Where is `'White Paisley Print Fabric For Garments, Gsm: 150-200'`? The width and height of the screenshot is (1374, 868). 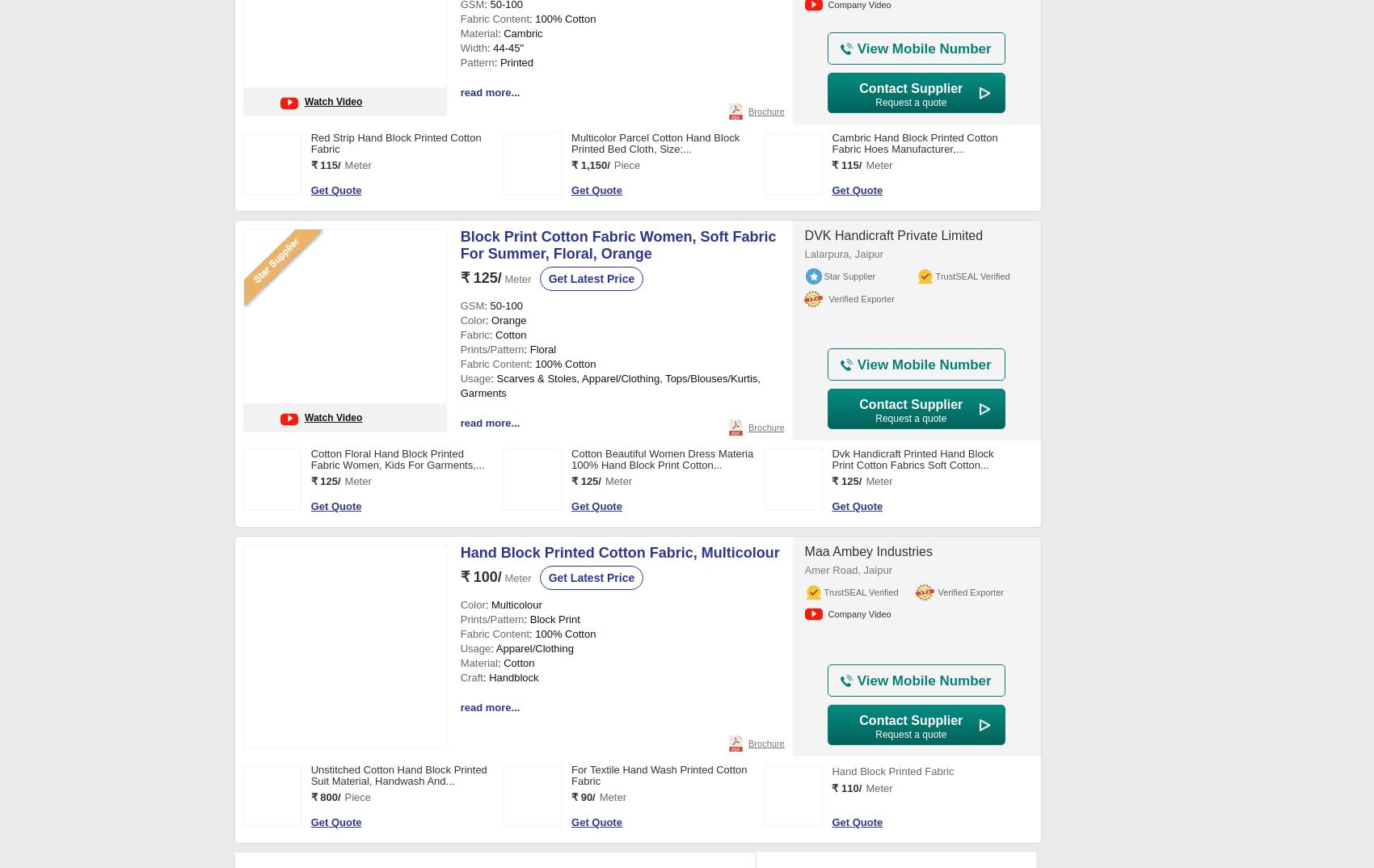 'White Paisley Print Fabric For Garments, Gsm: 150-200' is located at coordinates (310, 322).